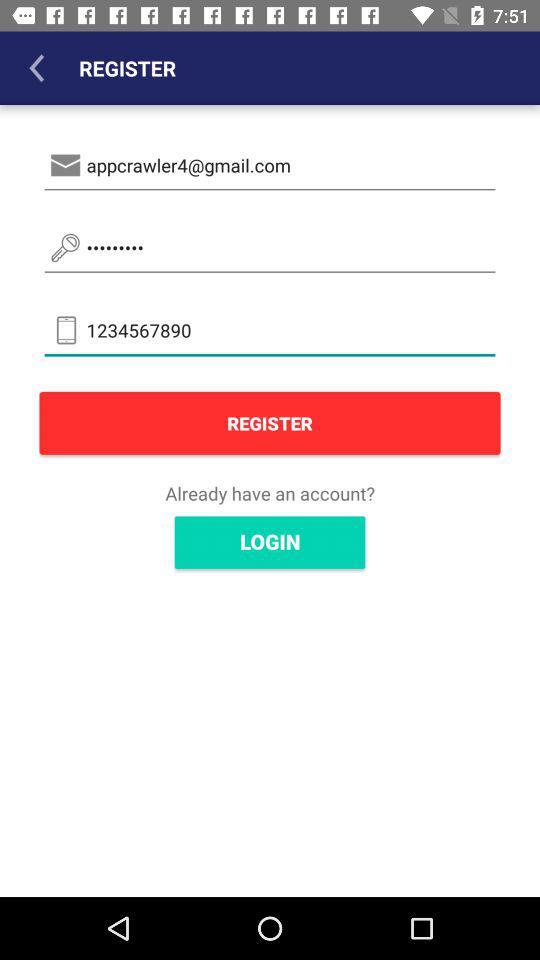 The height and width of the screenshot is (960, 540). Describe the element at coordinates (270, 542) in the screenshot. I see `the login` at that location.